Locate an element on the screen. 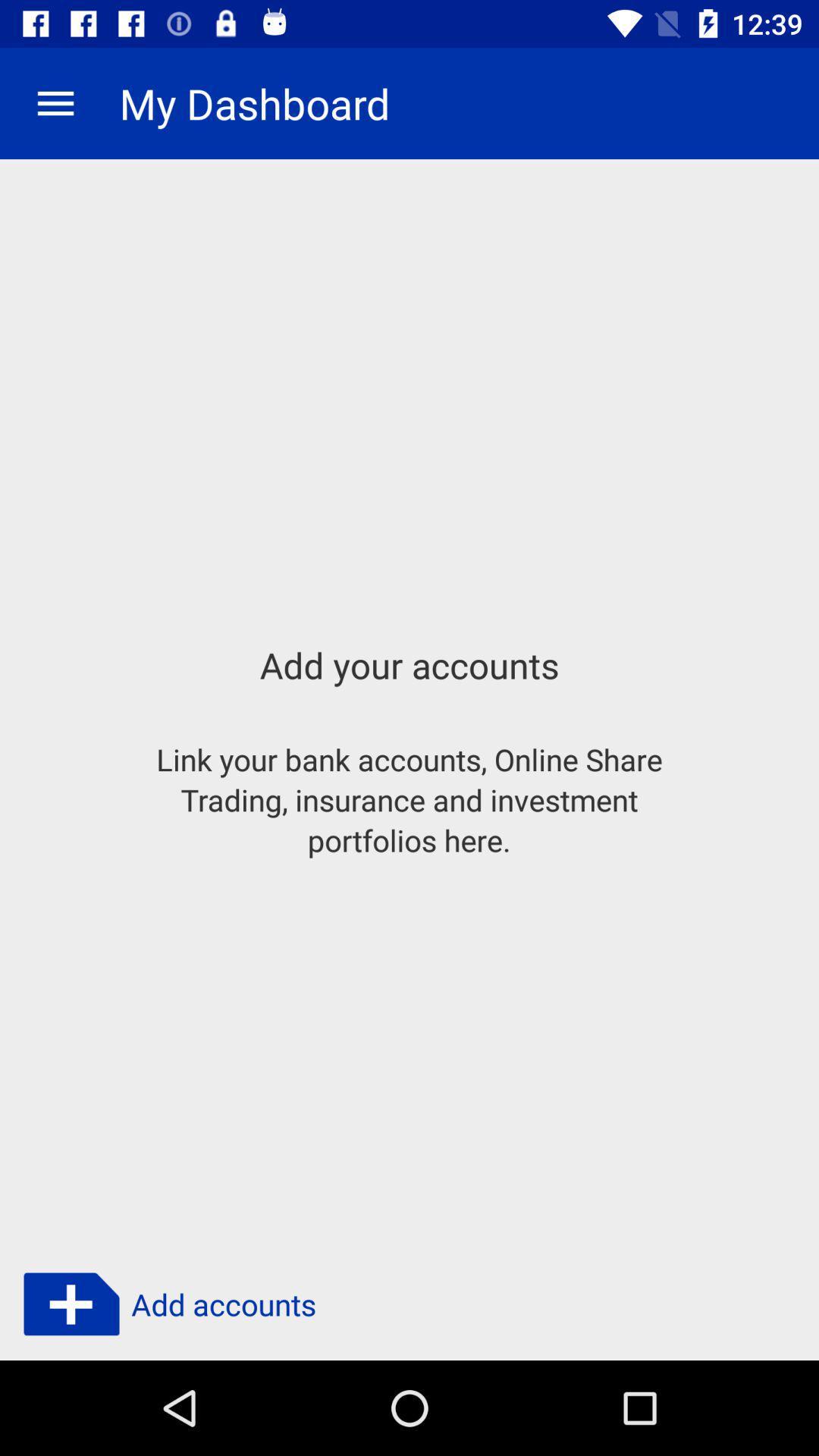 The image size is (819, 1456). the add icon is located at coordinates (71, 1304).